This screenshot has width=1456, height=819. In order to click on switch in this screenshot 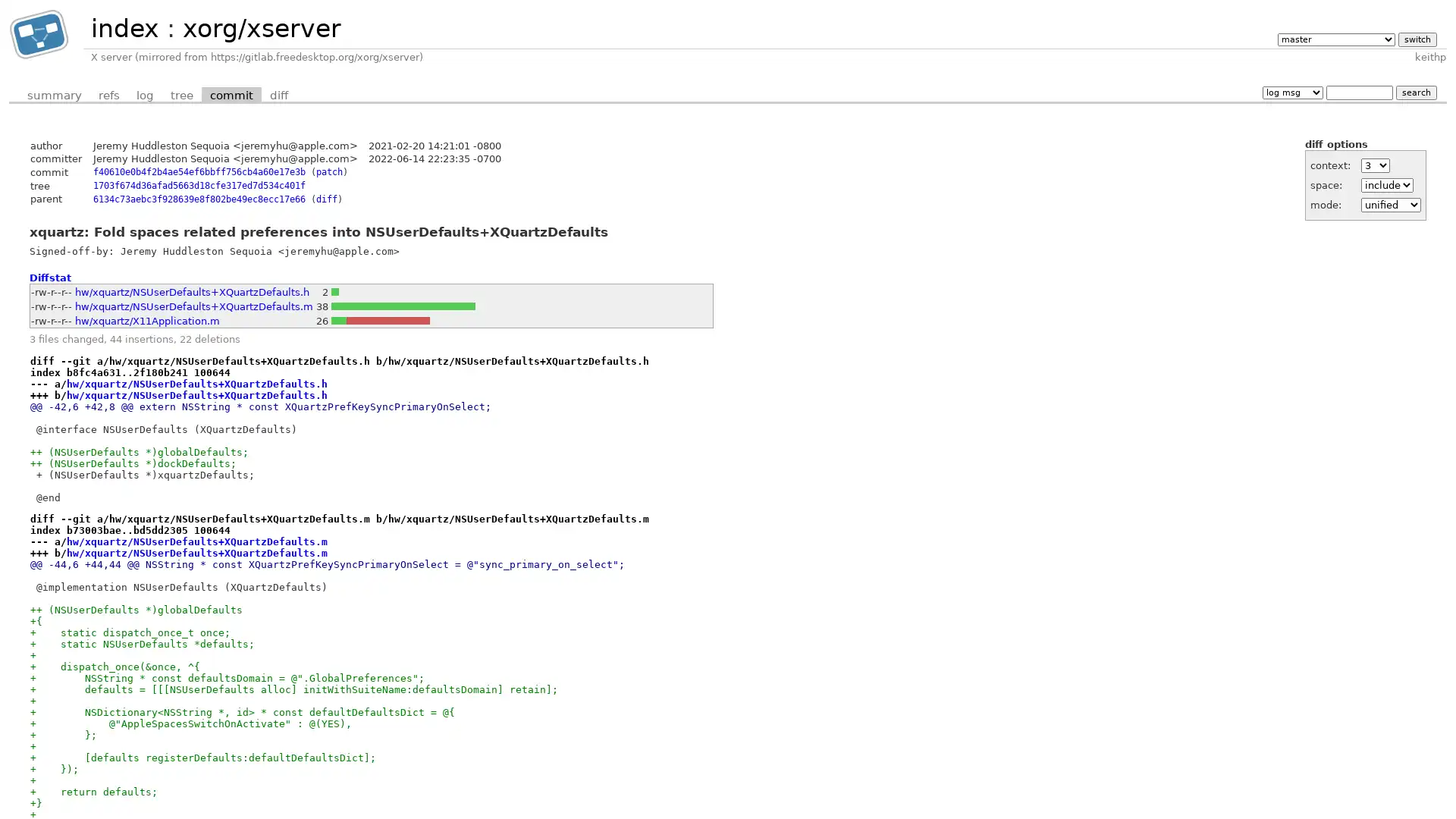, I will do `click(1416, 38)`.